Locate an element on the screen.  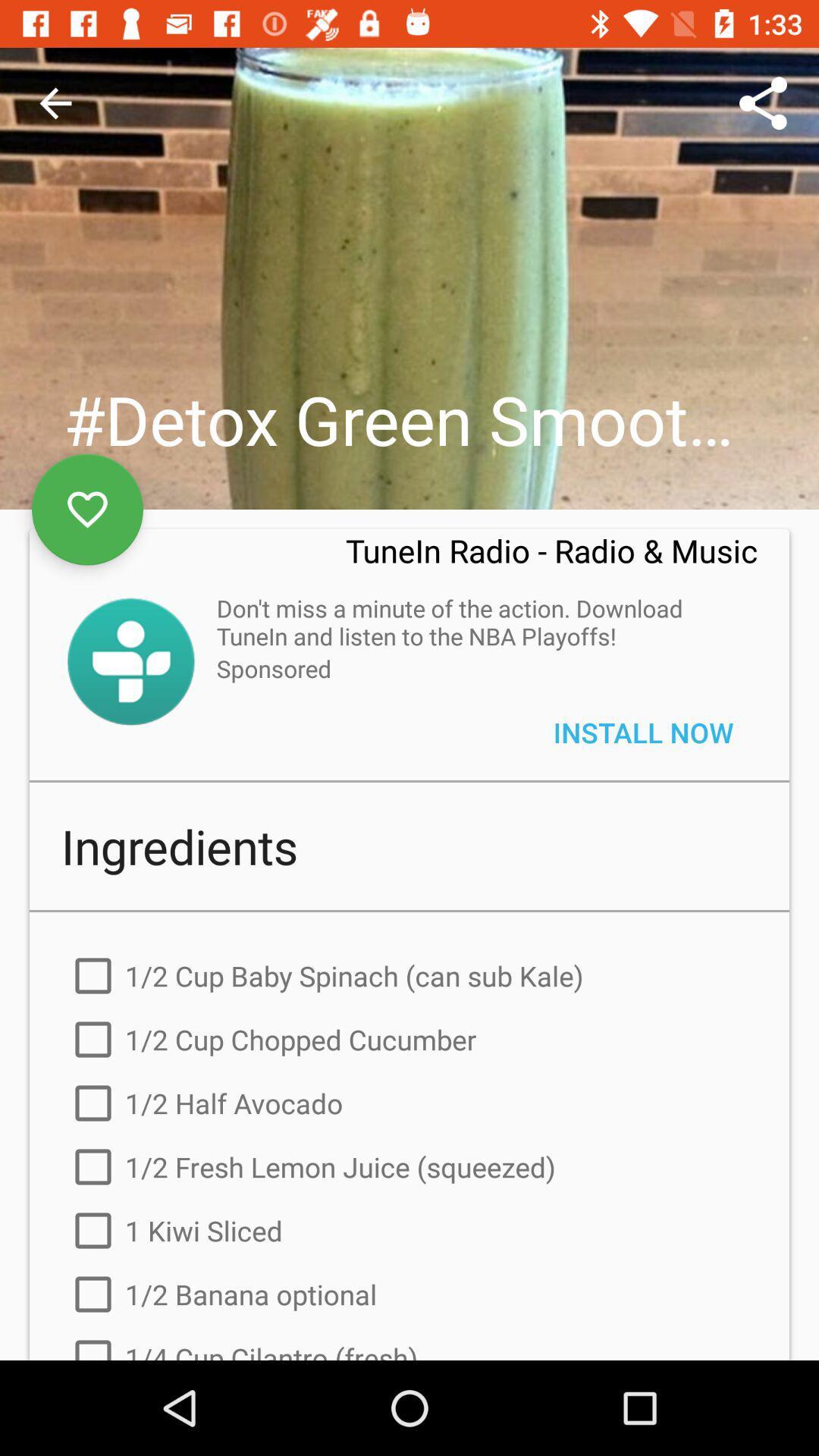
the don t miss icon is located at coordinates (479, 622).